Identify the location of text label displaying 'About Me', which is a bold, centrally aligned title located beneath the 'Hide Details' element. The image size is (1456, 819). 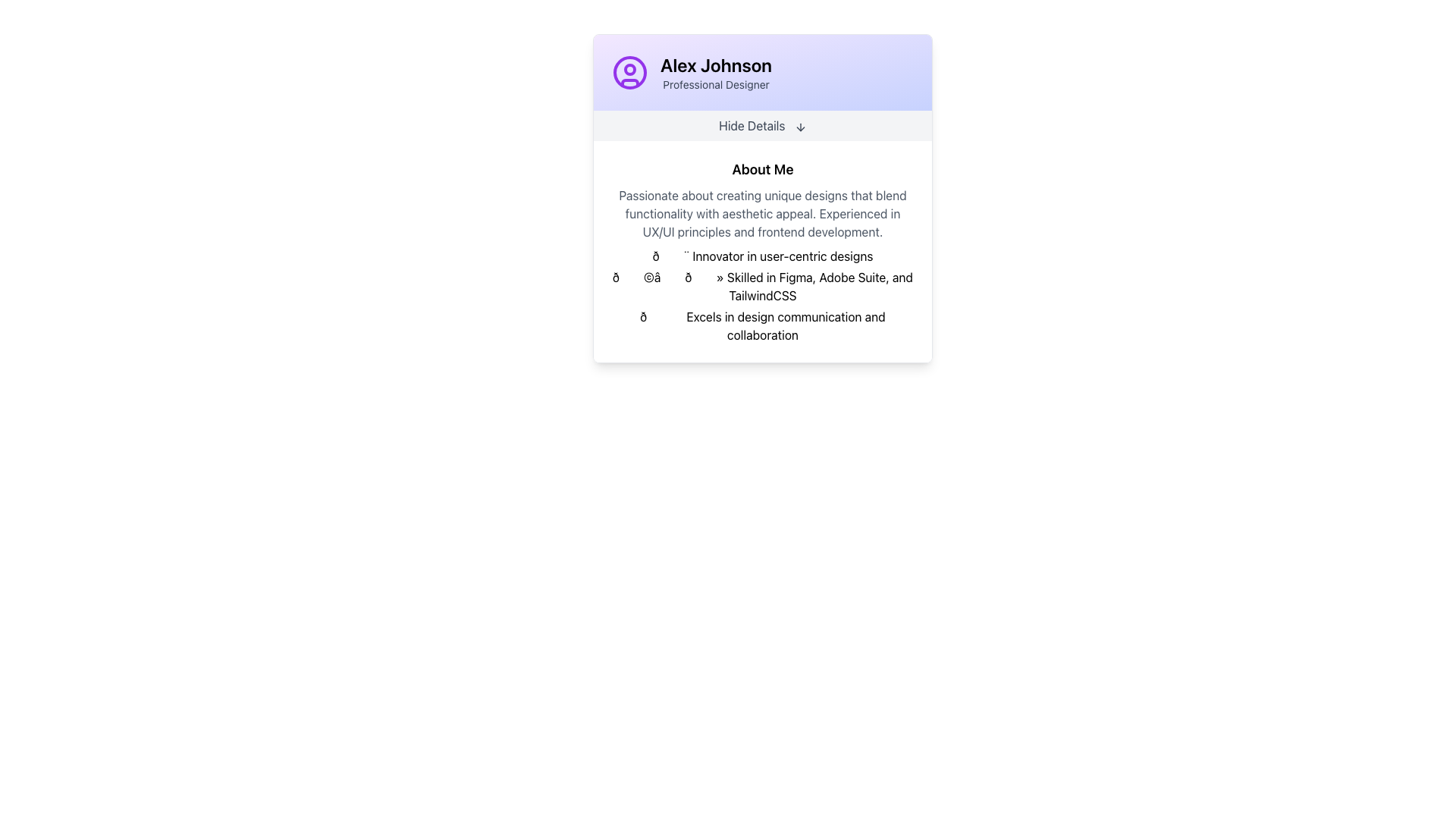
(763, 169).